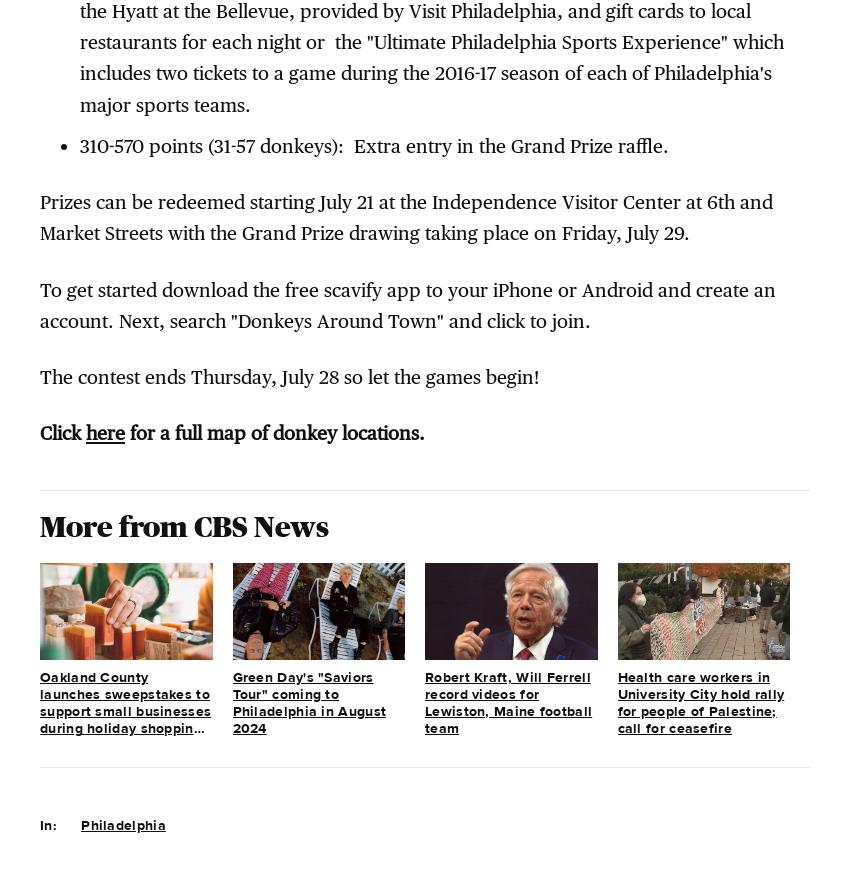  Describe the element at coordinates (124, 711) in the screenshot. I see `'Oakland County launches sweepstakes to support small businesses during holiday shopping season'` at that location.